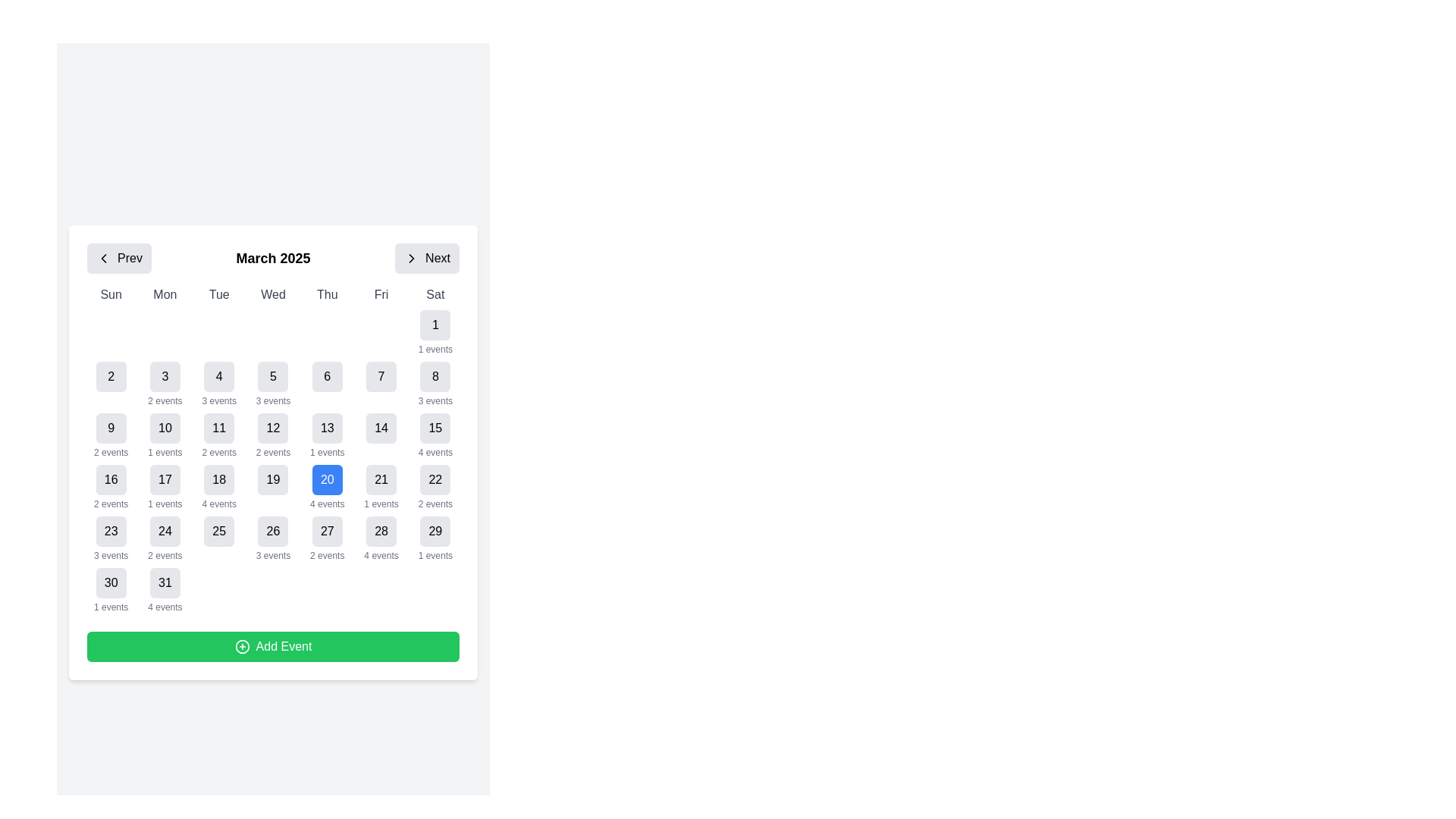  I want to click on the square button labeled '28' in the calendar grid for March 2025, so click(381, 531).